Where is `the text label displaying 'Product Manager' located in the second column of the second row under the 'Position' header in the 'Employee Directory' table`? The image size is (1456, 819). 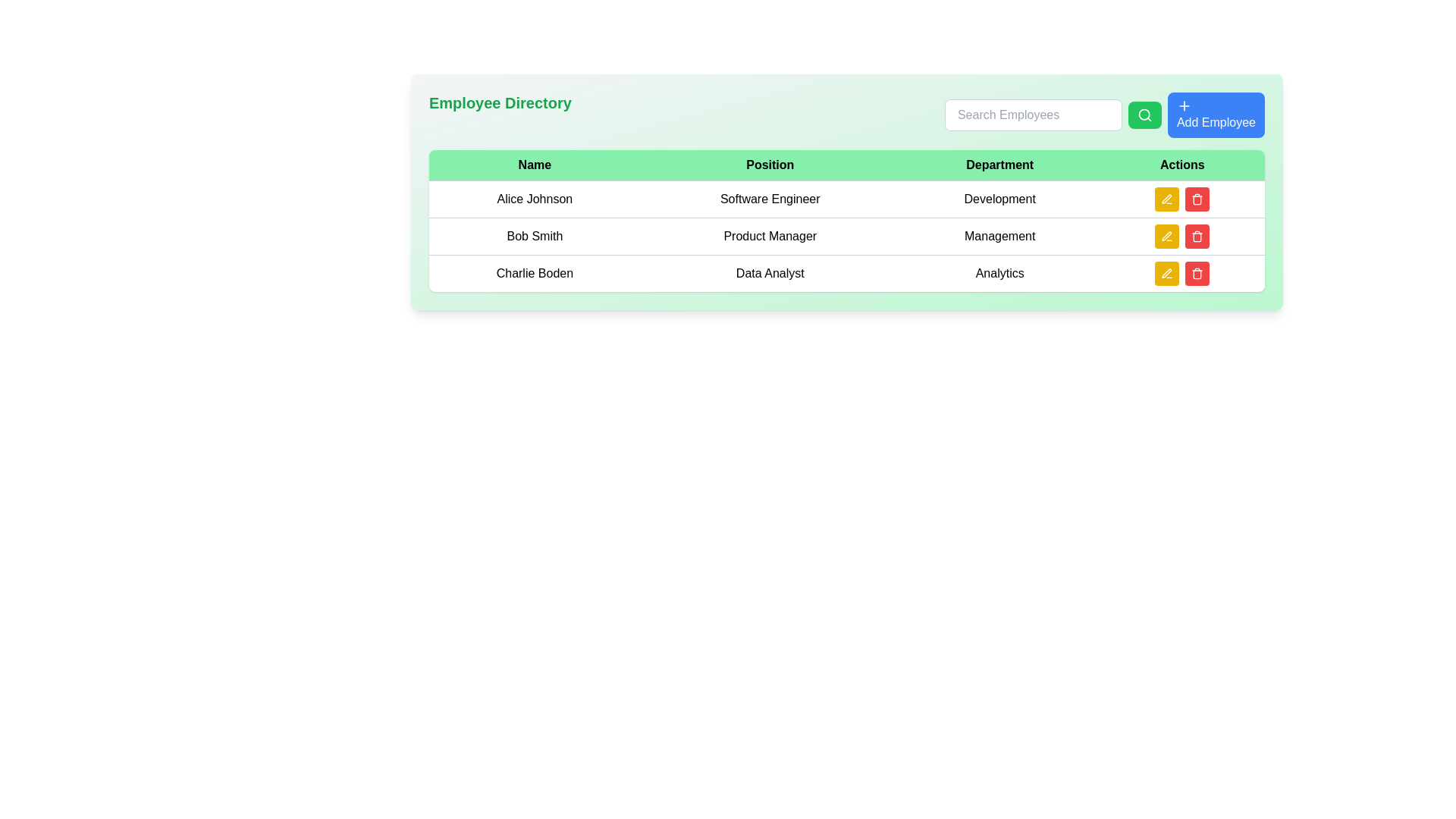 the text label displaying 'Product Manager' located in the second column of the second row under the 'Position' header in the 'Employee Directory' table is located at coordinates (770, 237).